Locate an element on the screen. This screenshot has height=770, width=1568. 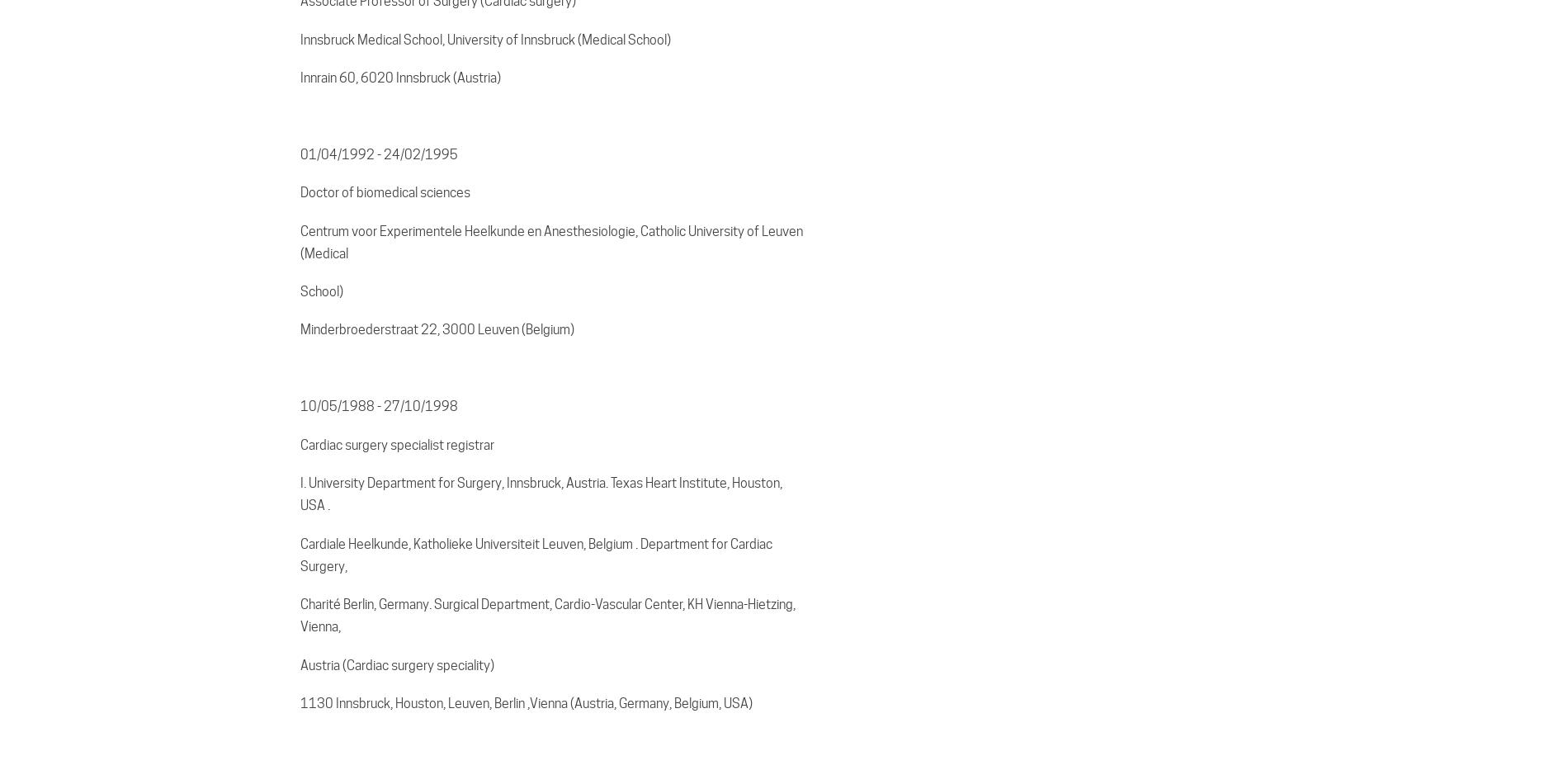
'Innsbruck Medical School, University of Innsbruck (Medical School)' is located at coordinates (485, 38).